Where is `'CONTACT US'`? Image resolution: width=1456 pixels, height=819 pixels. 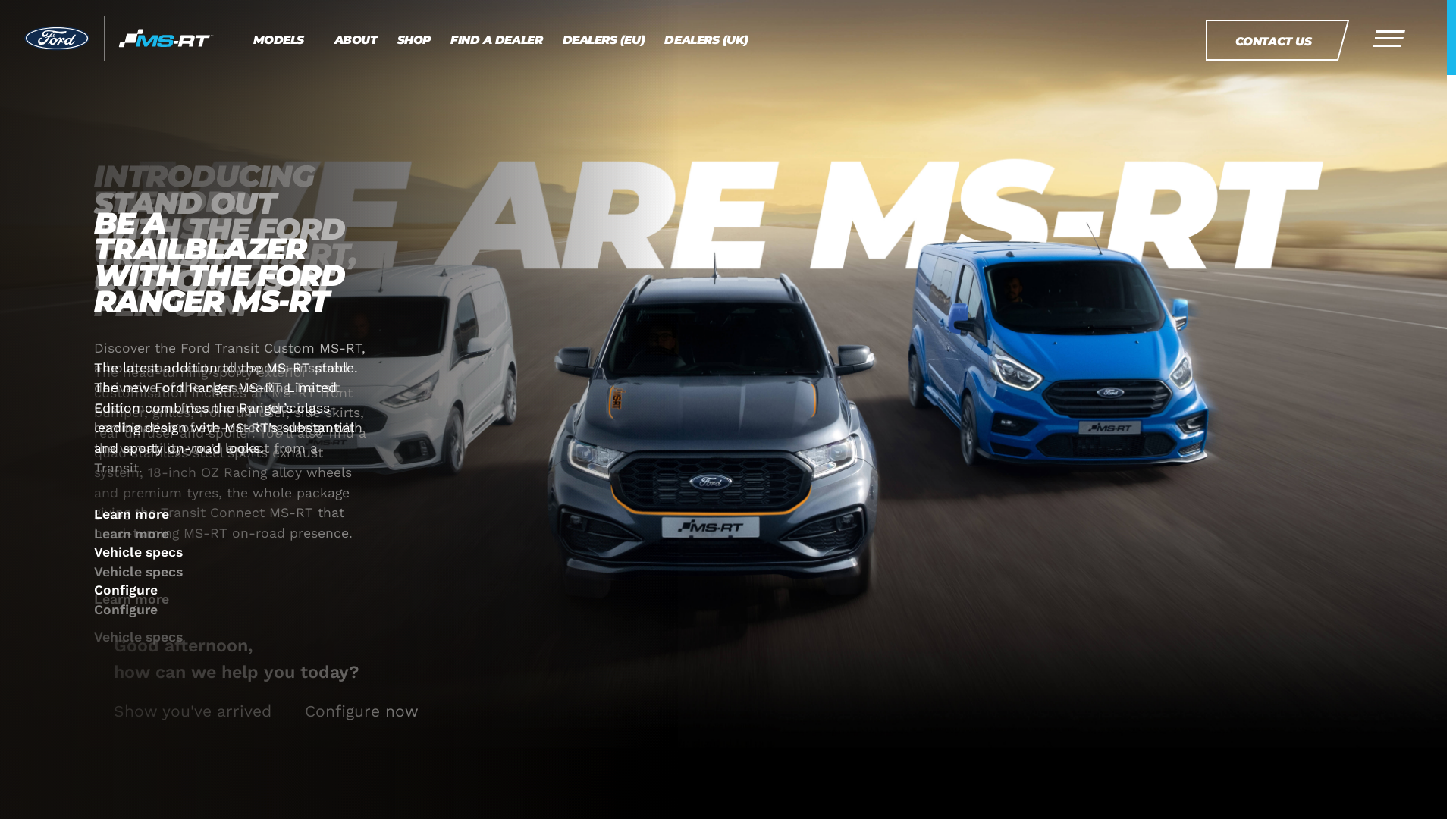 'CONTACT US' is located at coordinates (1270, 39).